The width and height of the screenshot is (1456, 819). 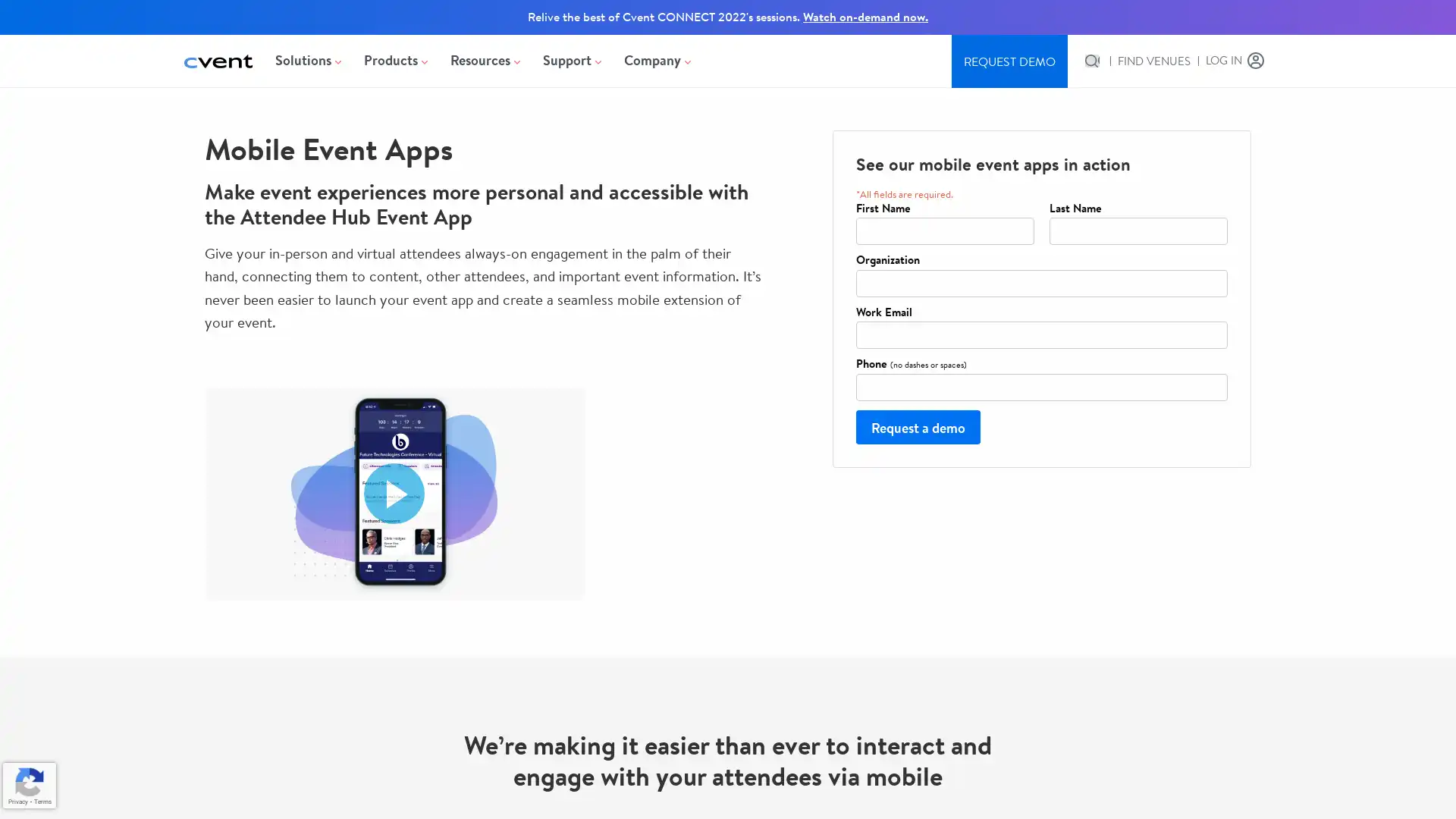 What do you see at coordinates (394, 494) in the screenshot?
I see `Play video Cvent Attendee Hub Mobile Event Apps. Opens in a modal` at bounding box center [394, 494].